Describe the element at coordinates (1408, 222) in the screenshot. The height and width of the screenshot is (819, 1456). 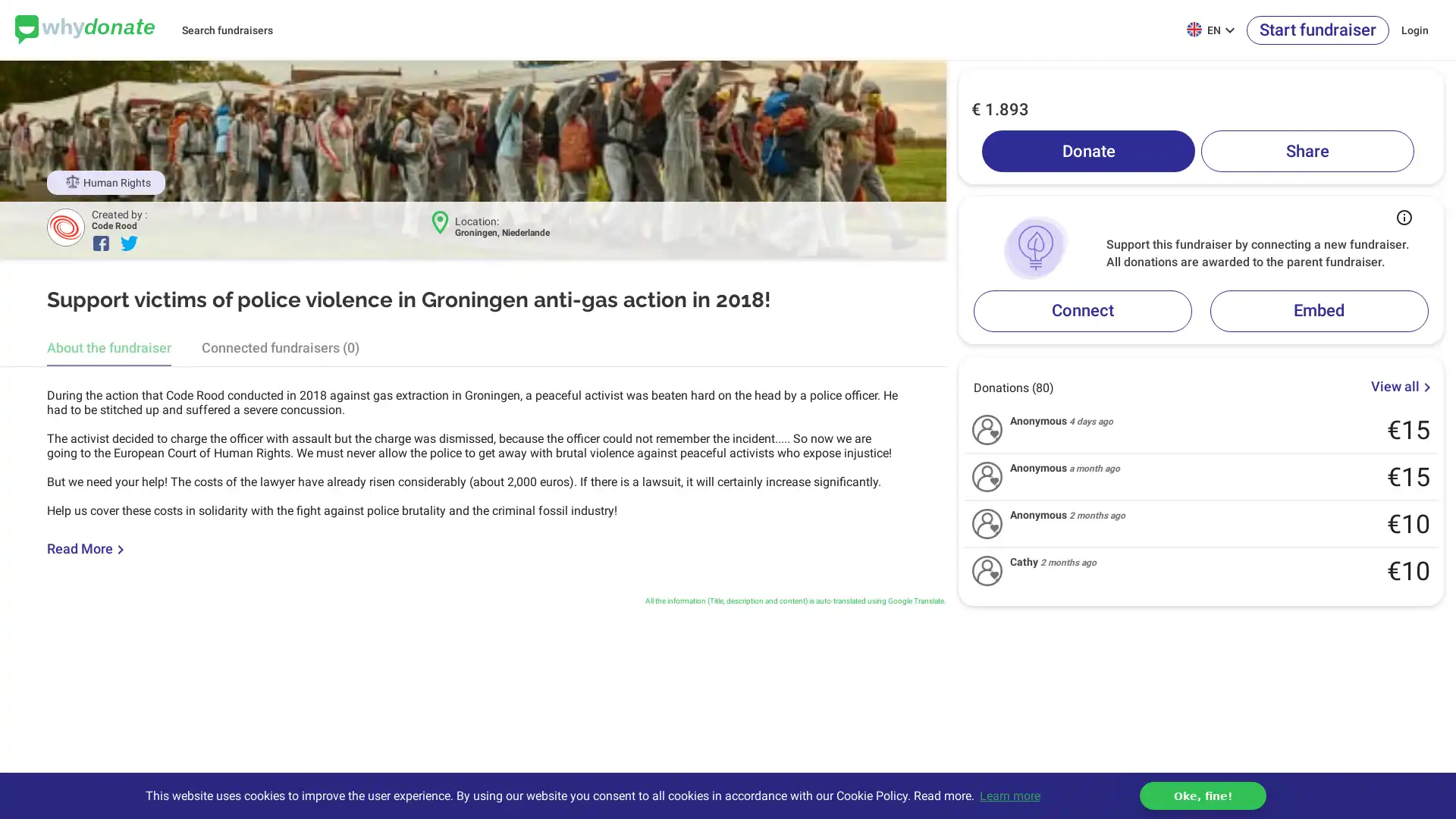
I see `Button that displays a tooltip when focused or hovered over` at that location.